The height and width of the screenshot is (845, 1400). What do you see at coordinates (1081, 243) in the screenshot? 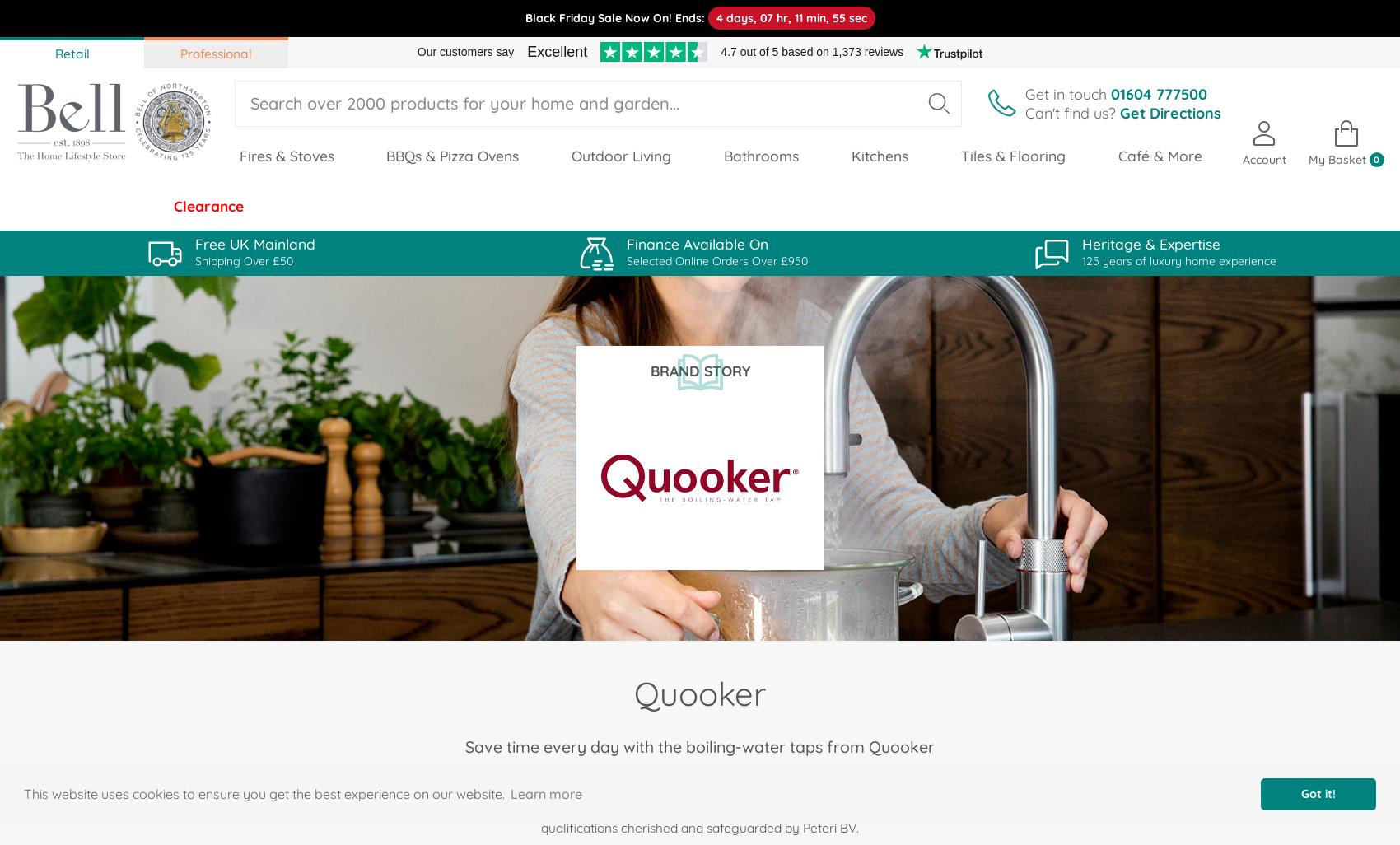
I see `'Heritage & Expertise'` at bounding box center [1081, 243].